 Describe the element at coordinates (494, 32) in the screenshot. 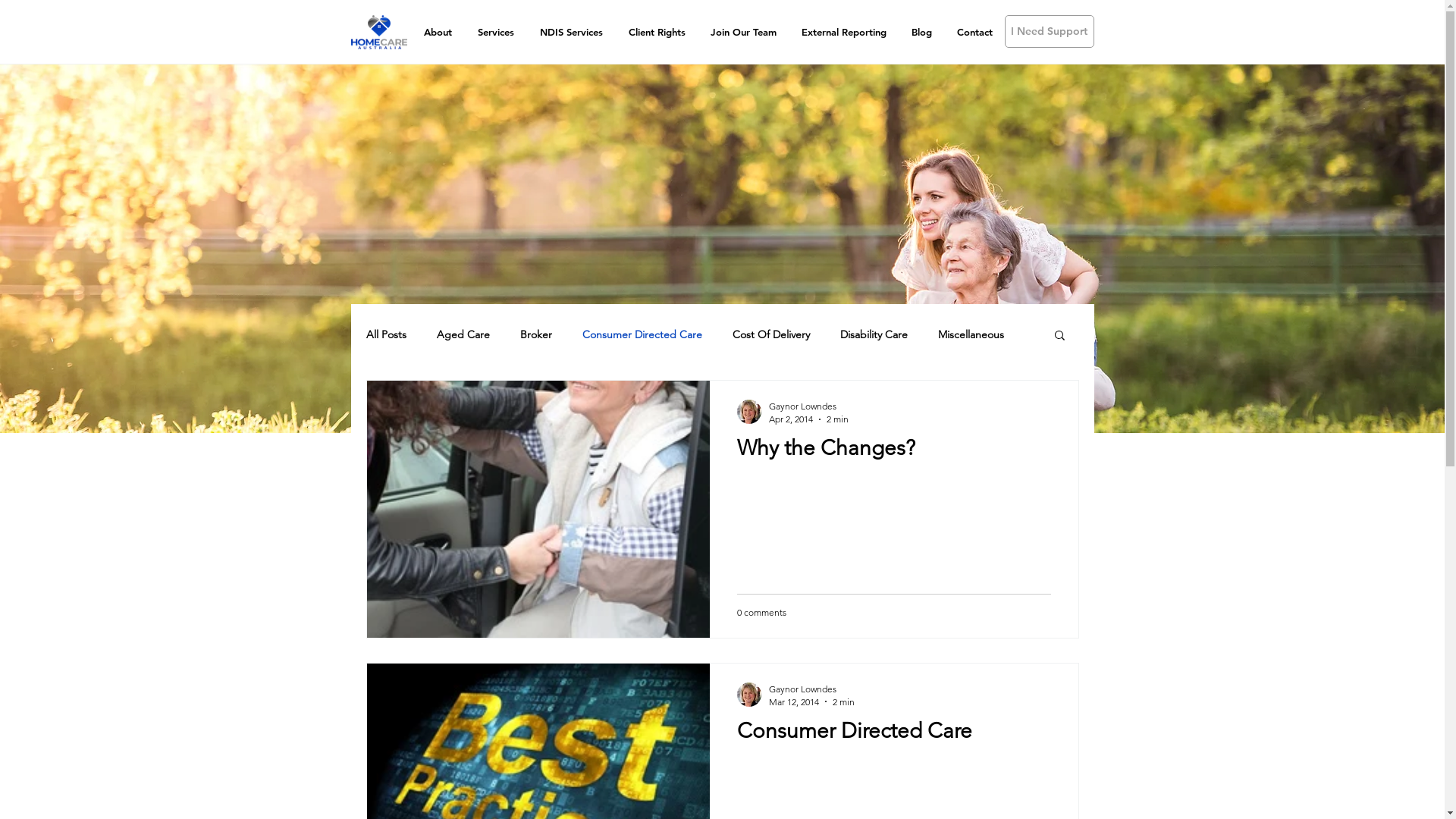

I see `'Services'` at that location.